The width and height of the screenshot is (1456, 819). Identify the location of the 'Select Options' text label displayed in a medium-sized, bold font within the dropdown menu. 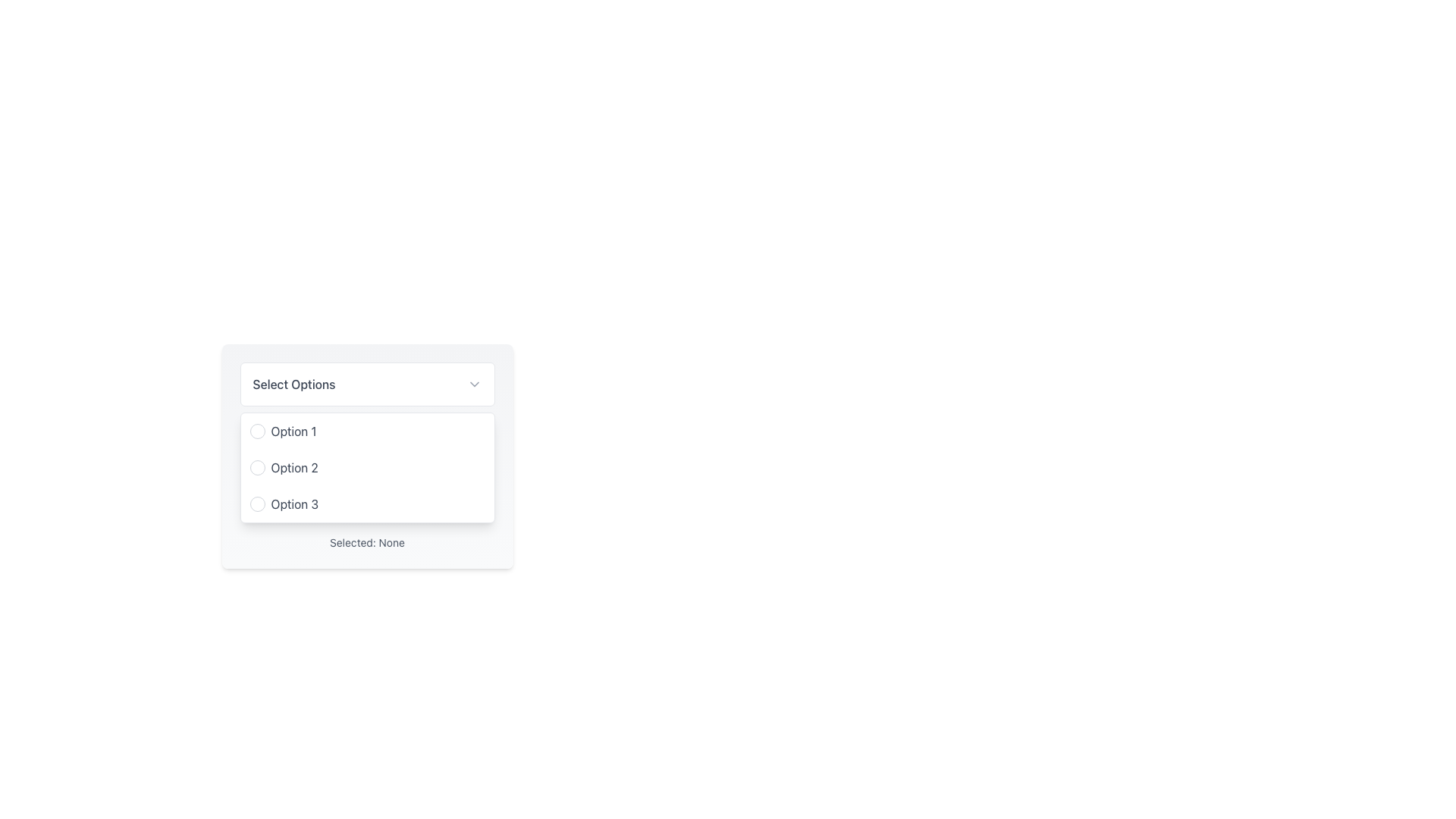
(294, 383).